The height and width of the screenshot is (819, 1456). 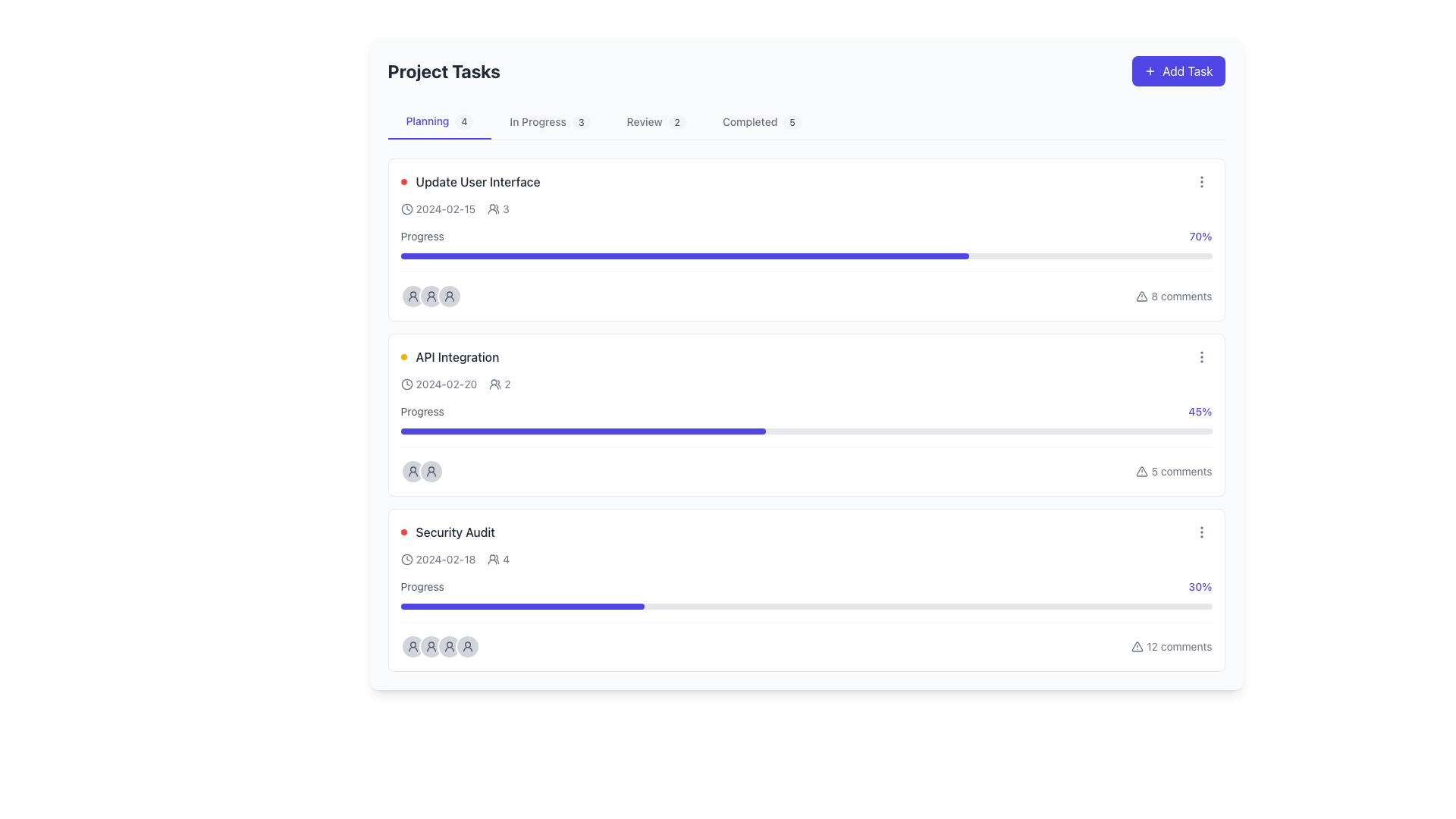 I want to click on the clickable text element for filtering tasks marked as 'Completed', located in the horizontal navigation bar under 'Project Tasks', positioned after 'Review 2' and before the badge displaying '5', so click(x=761, y=121).